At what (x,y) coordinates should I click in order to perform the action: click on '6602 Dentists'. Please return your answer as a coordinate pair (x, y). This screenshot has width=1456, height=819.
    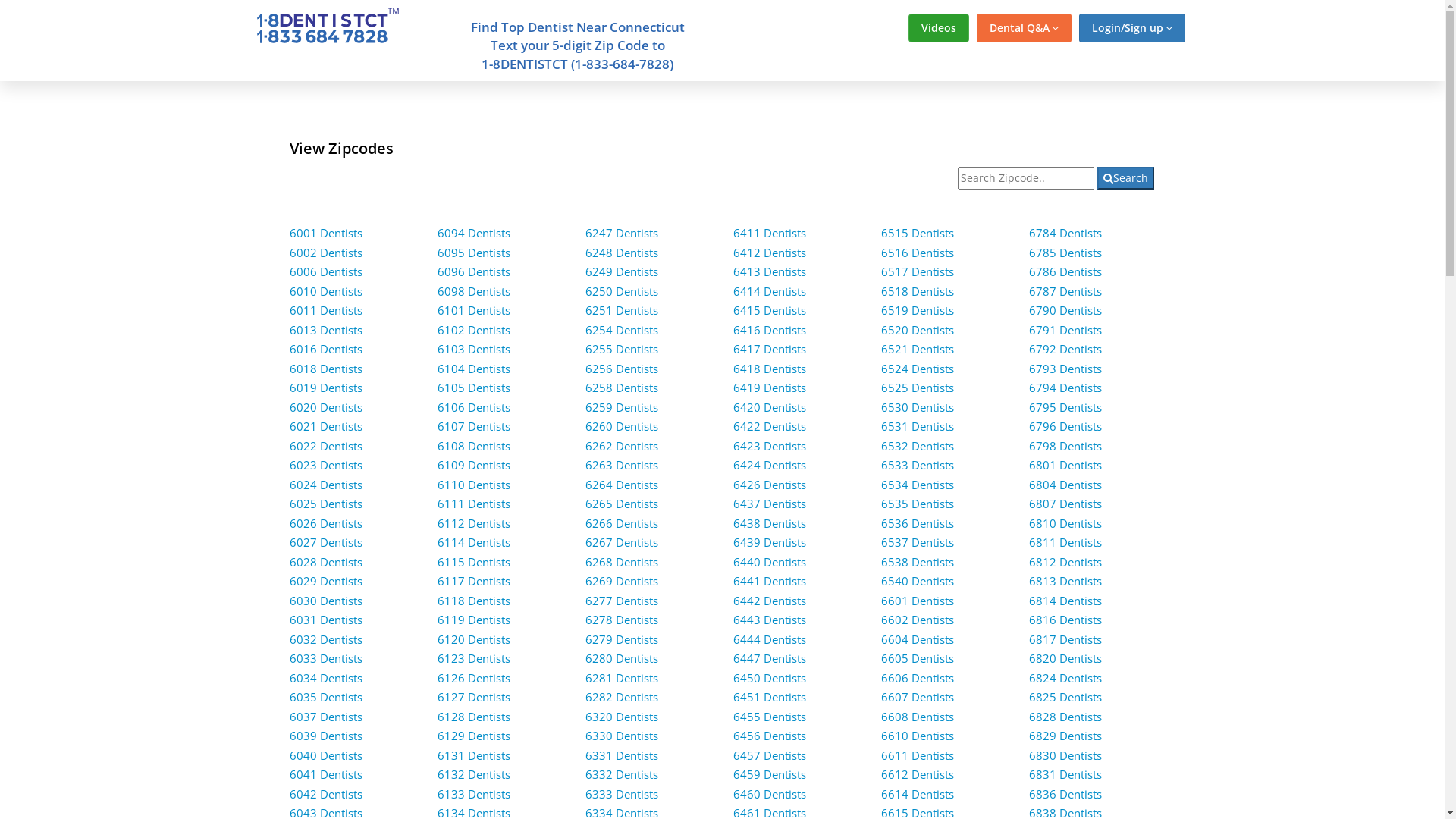
    Looking at the image, I should click on (916, 620).